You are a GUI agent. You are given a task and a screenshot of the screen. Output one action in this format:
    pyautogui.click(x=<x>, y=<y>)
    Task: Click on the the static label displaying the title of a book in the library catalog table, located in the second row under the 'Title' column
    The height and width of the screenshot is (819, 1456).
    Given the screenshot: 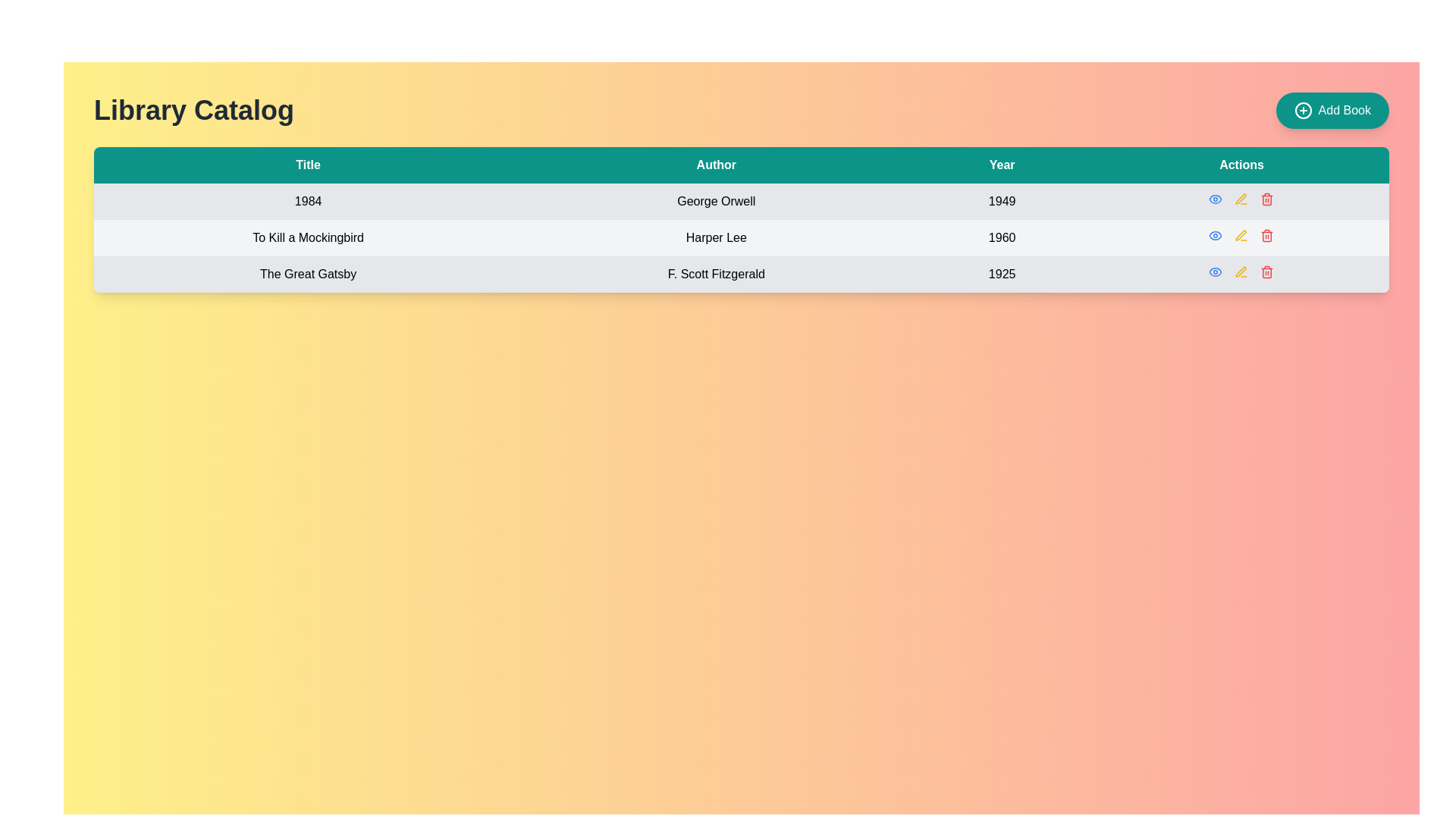 What is the action you would take?
    pyautogui.click(x=307, y=237)
    